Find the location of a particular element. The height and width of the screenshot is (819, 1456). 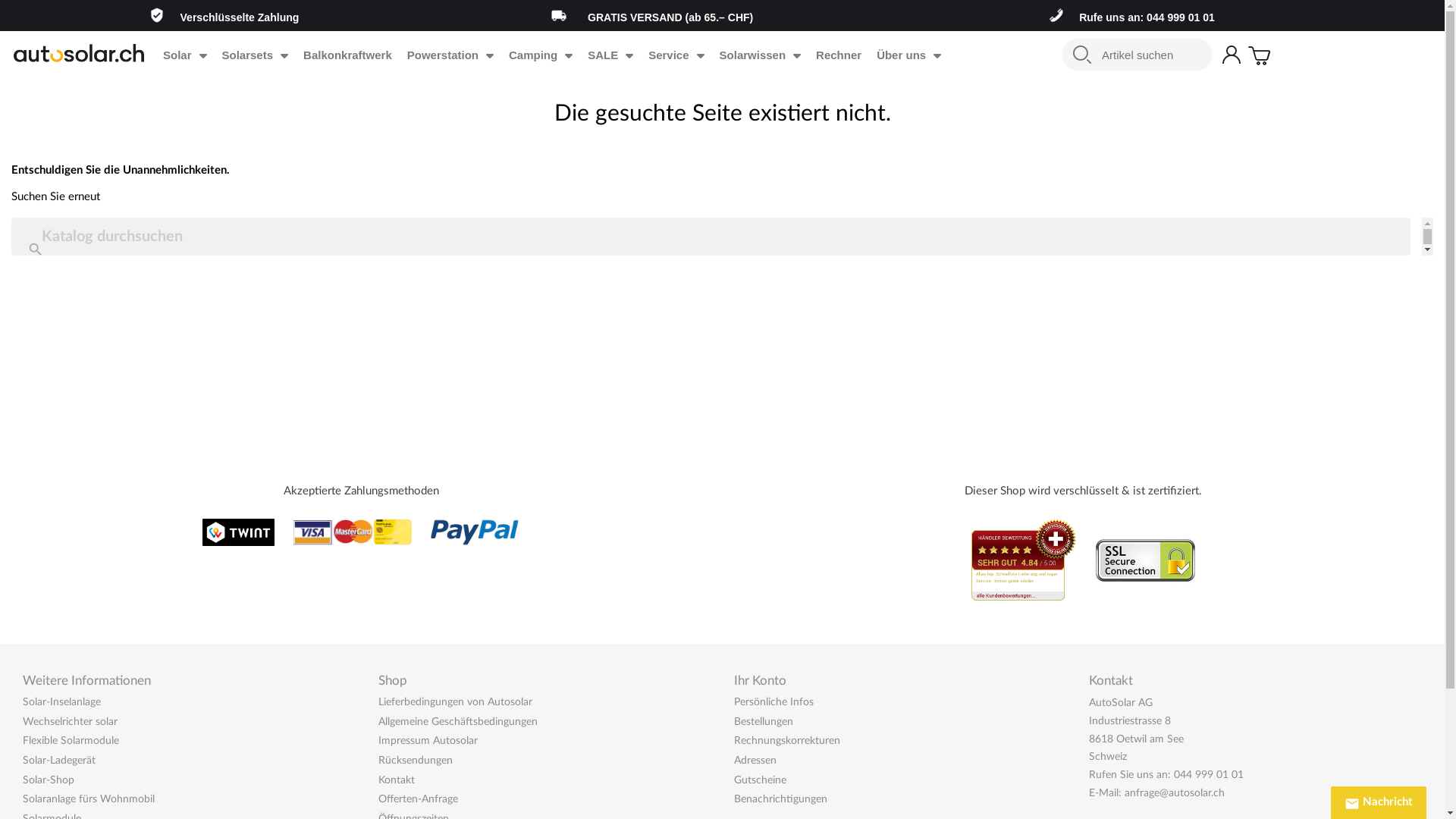

'Impressum Autosolar' is located at coordinates (427, 739).